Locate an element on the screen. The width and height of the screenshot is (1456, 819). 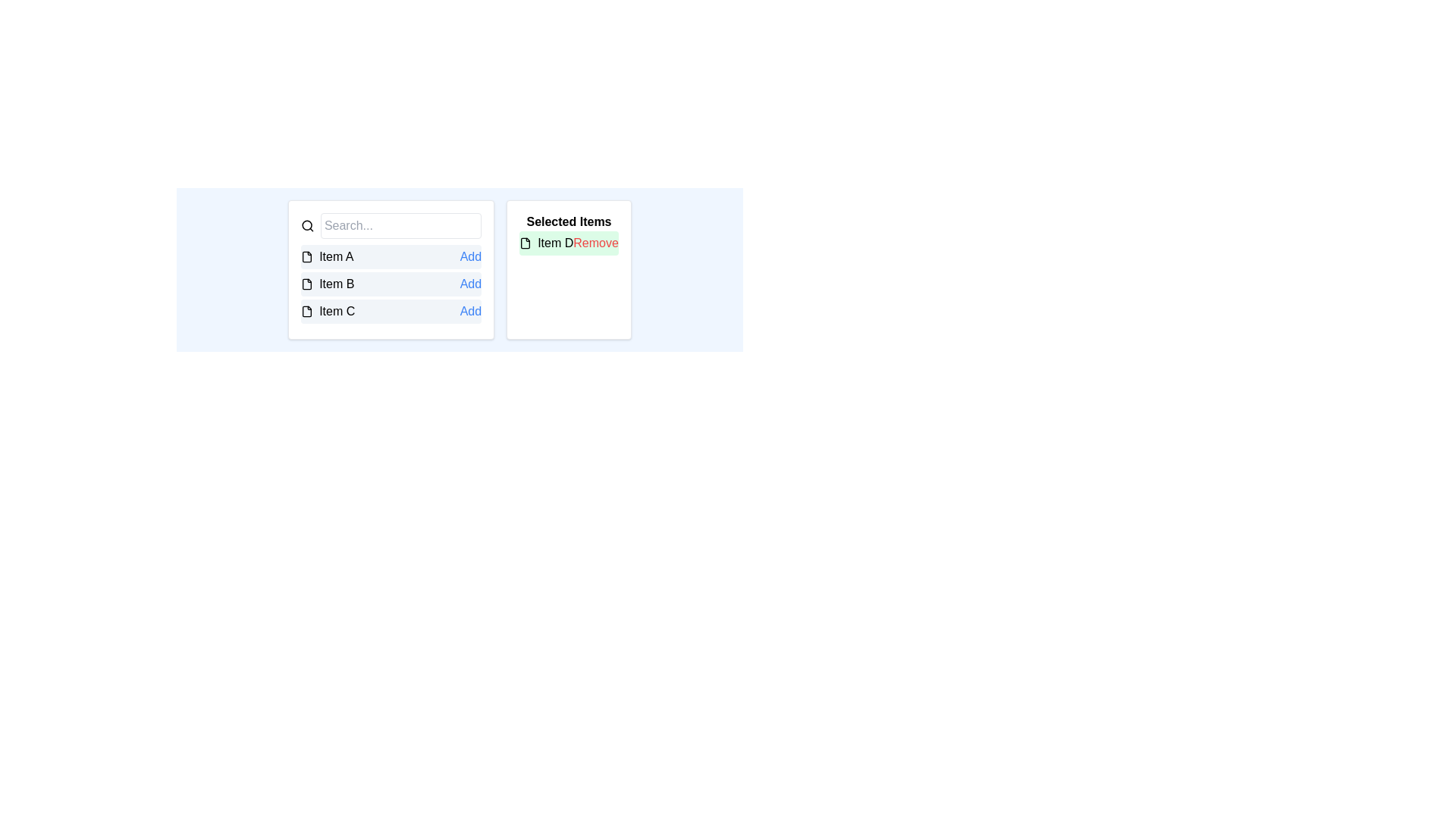
the file icon located in the third item of the list, which is next to the text label for 'Item C' is located at coordinates (306, 311).